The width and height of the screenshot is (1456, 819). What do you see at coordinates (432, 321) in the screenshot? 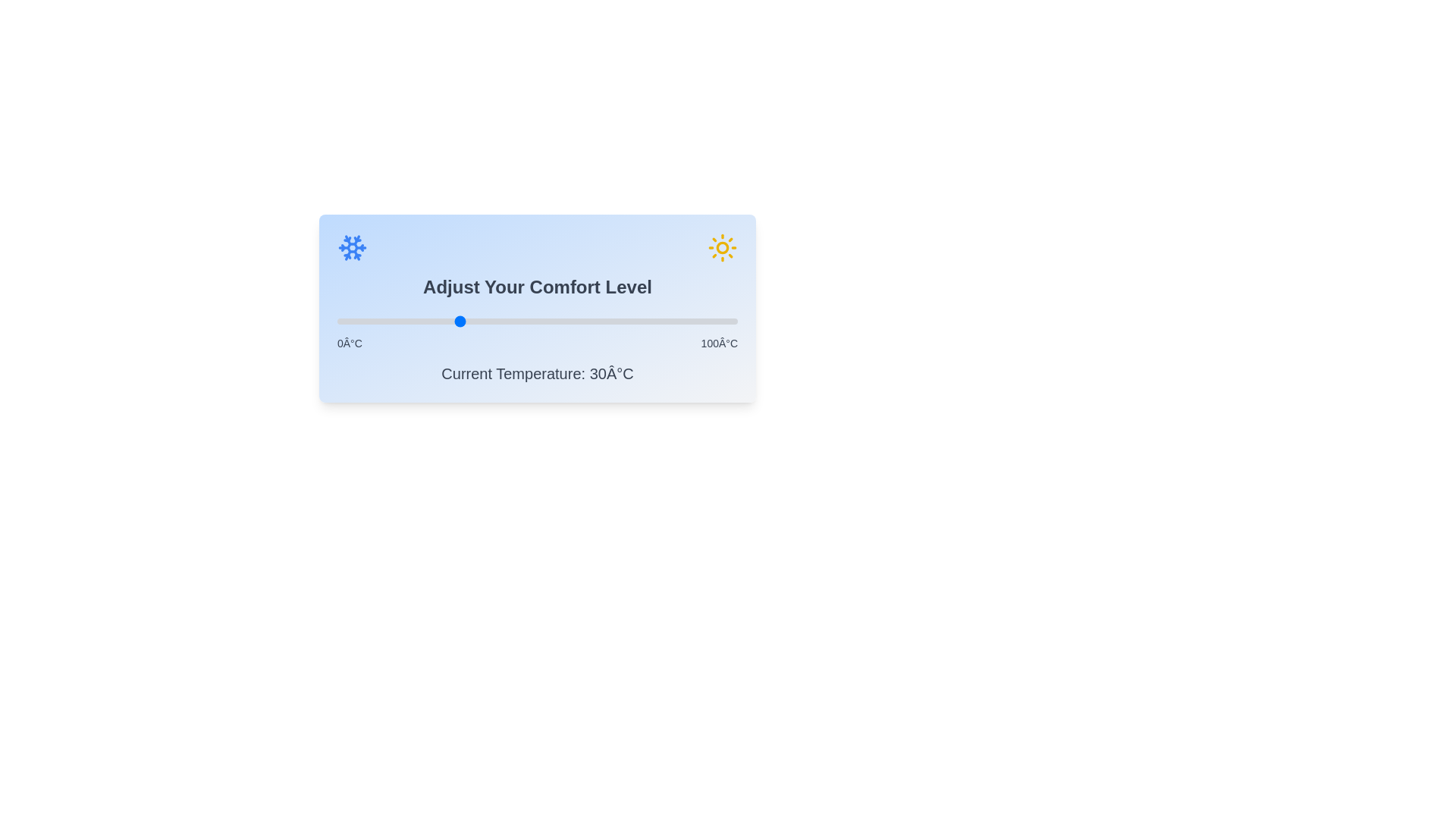
I see `the temperature slider to 24°C` at bounding box center [432, 321].